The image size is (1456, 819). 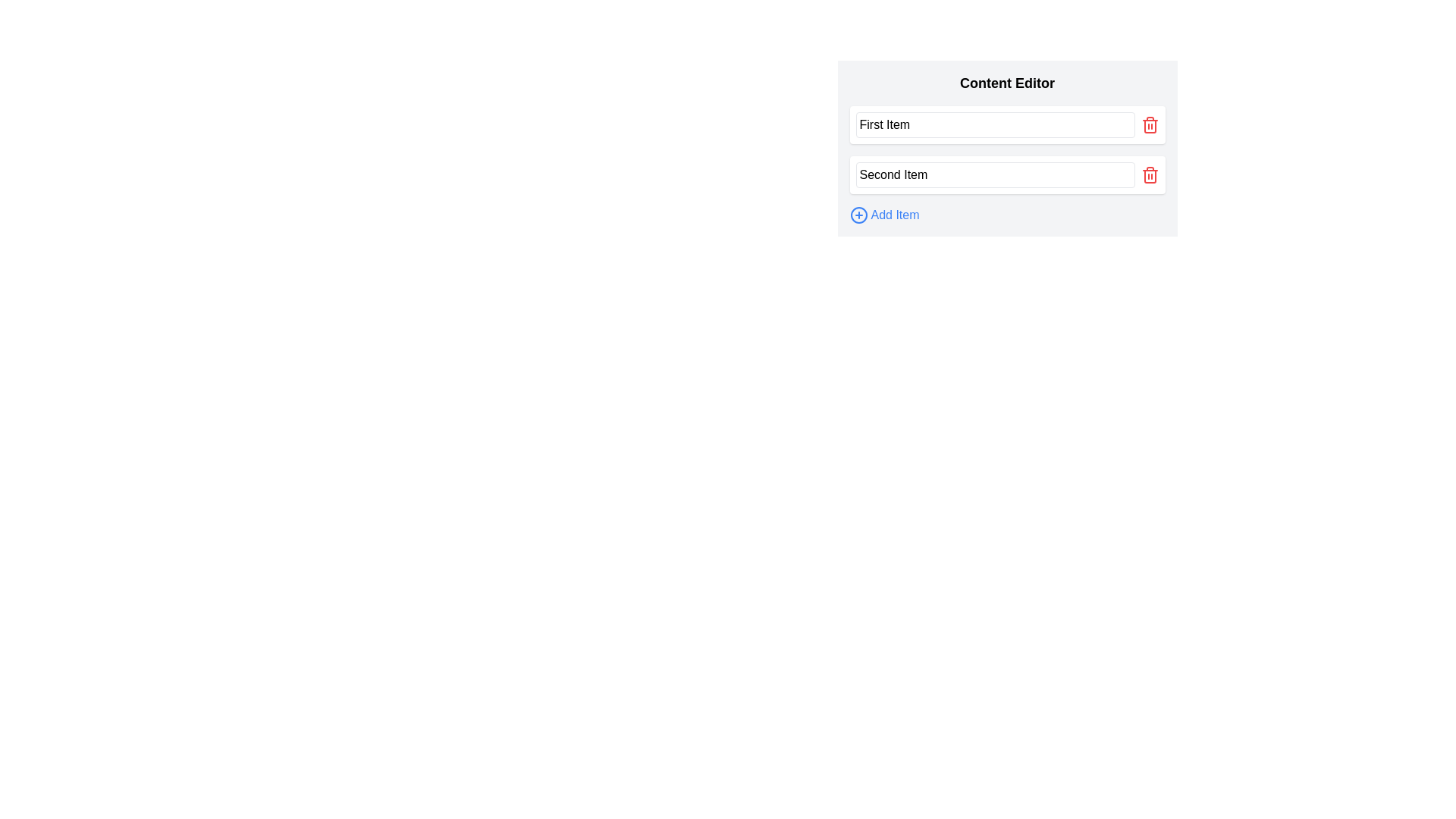 I want to click on the bold header titled 'Content Editor', which is styled with a large font size and located at the top of the content area, so click(x=1007, y=83).